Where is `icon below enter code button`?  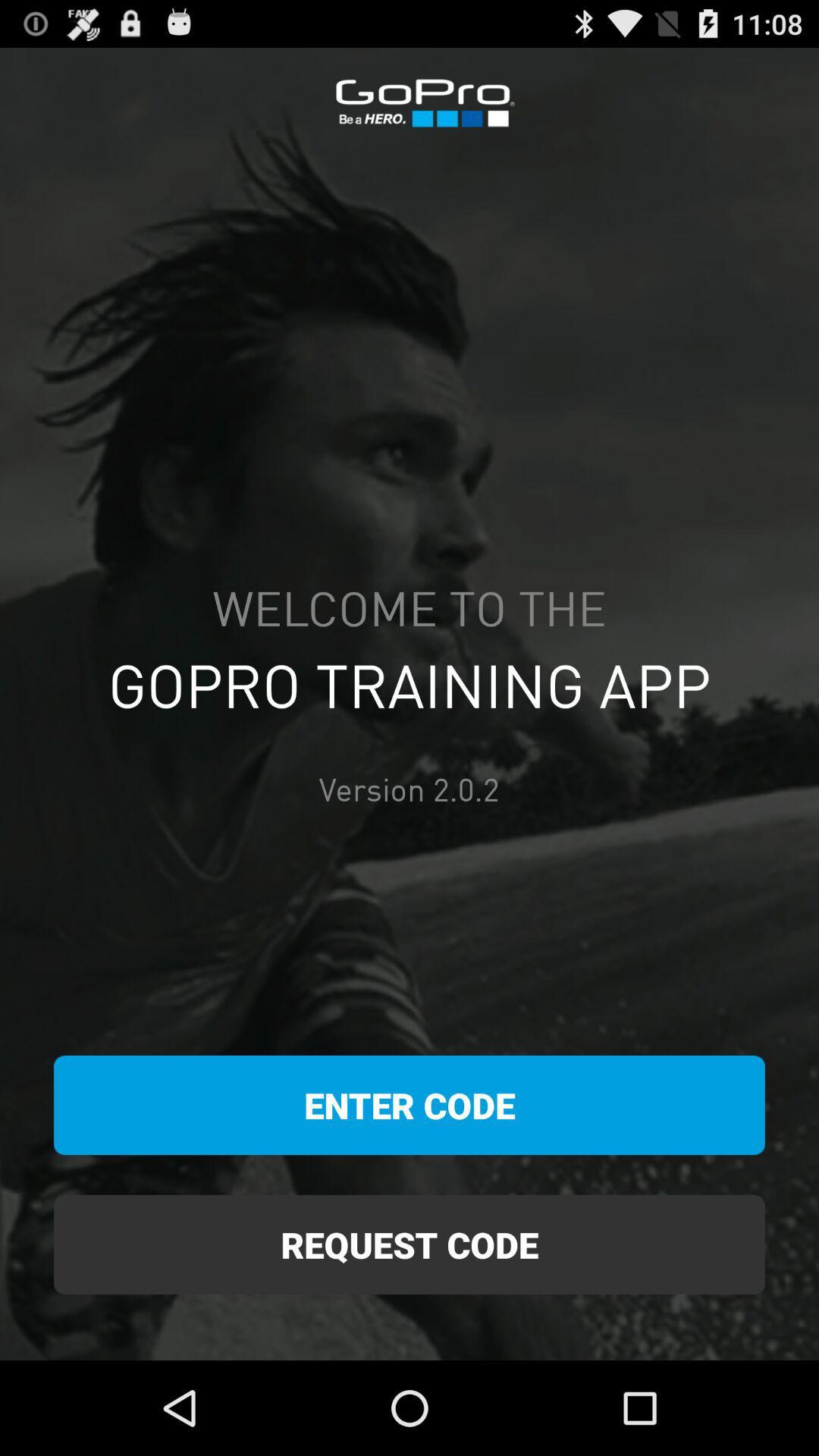 icon below enter code button is located at coordinates (409, 1244).